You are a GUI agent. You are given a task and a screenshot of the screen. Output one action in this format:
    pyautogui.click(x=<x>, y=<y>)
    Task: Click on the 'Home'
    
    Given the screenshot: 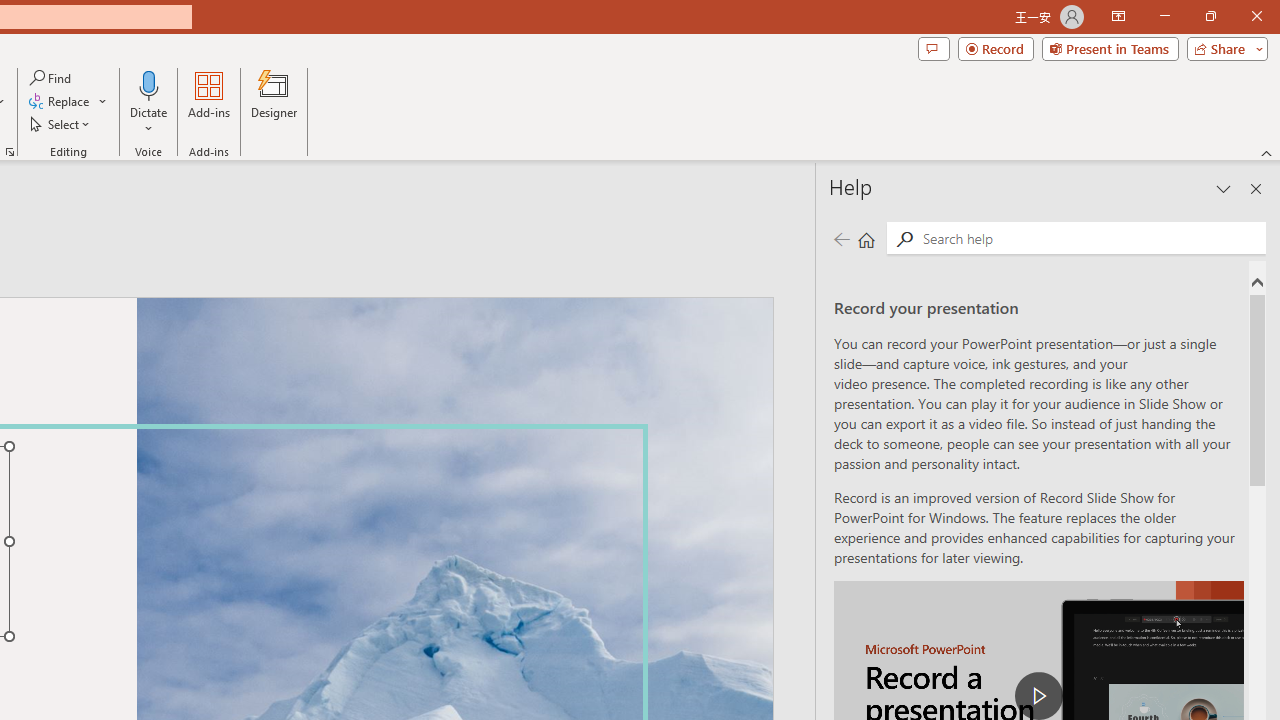 What is the action you would take?
    pyautogui.click(x=866, y=238)
    